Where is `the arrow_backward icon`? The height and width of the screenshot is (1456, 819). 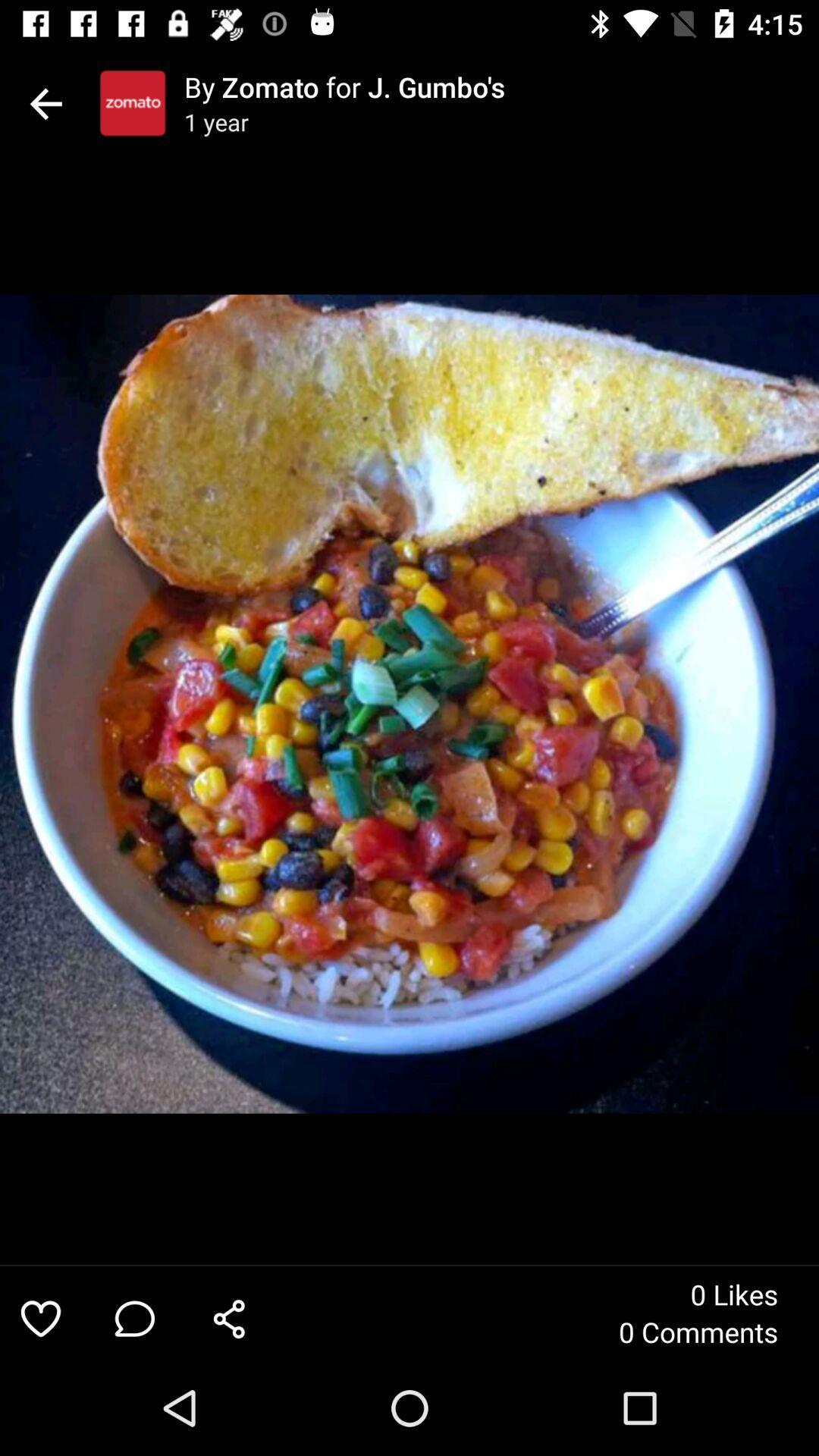
the arrow_backward icon is located at coordinates (45, 102).